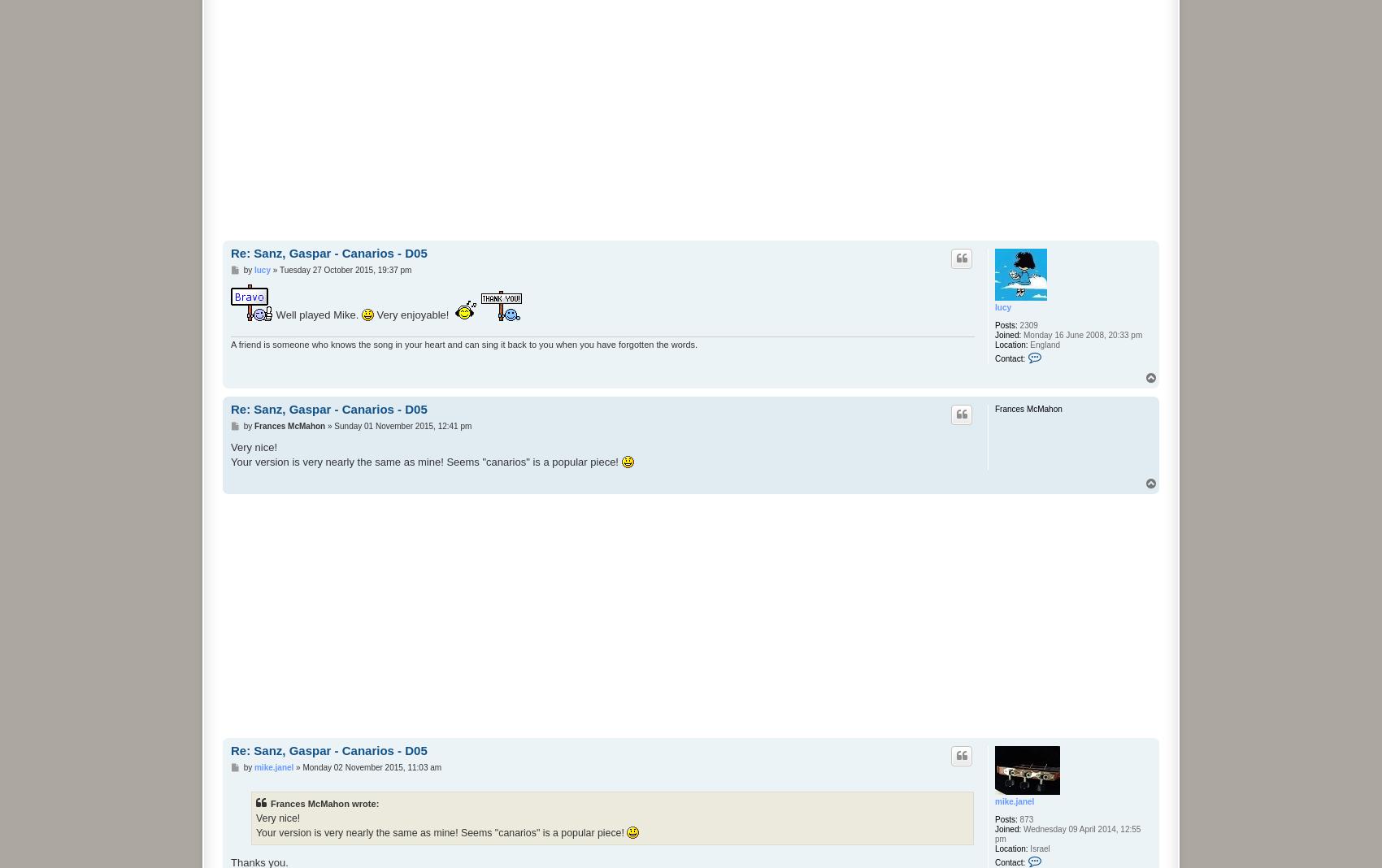  I want to click on 'Well played Mike.', so click(315, 313).